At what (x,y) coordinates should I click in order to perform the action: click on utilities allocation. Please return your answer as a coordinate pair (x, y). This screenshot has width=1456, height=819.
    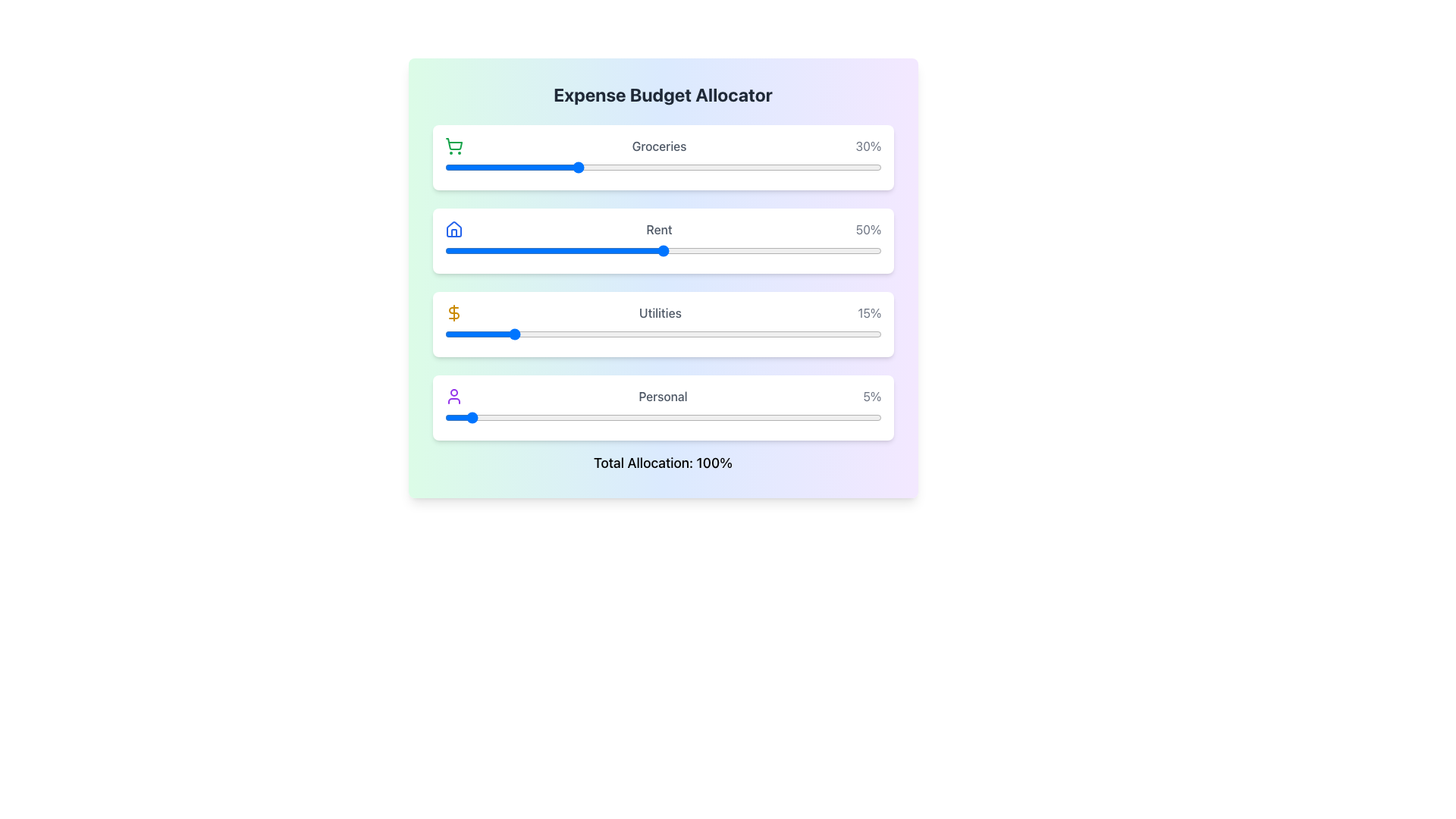
    Looking at the image, I should click on (605, 333).